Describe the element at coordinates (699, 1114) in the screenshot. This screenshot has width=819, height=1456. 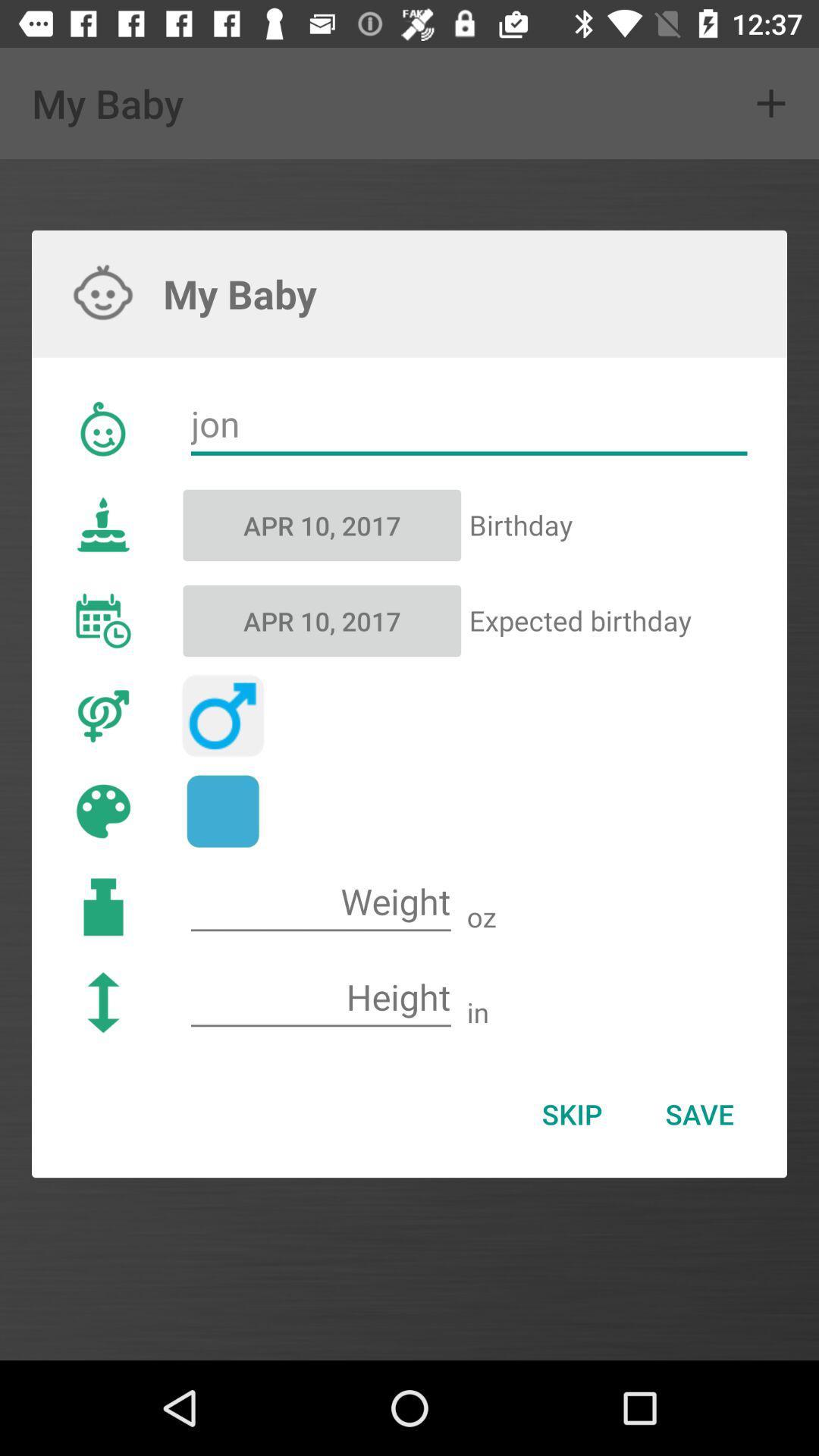
I see `the icon next to skip` at that location.